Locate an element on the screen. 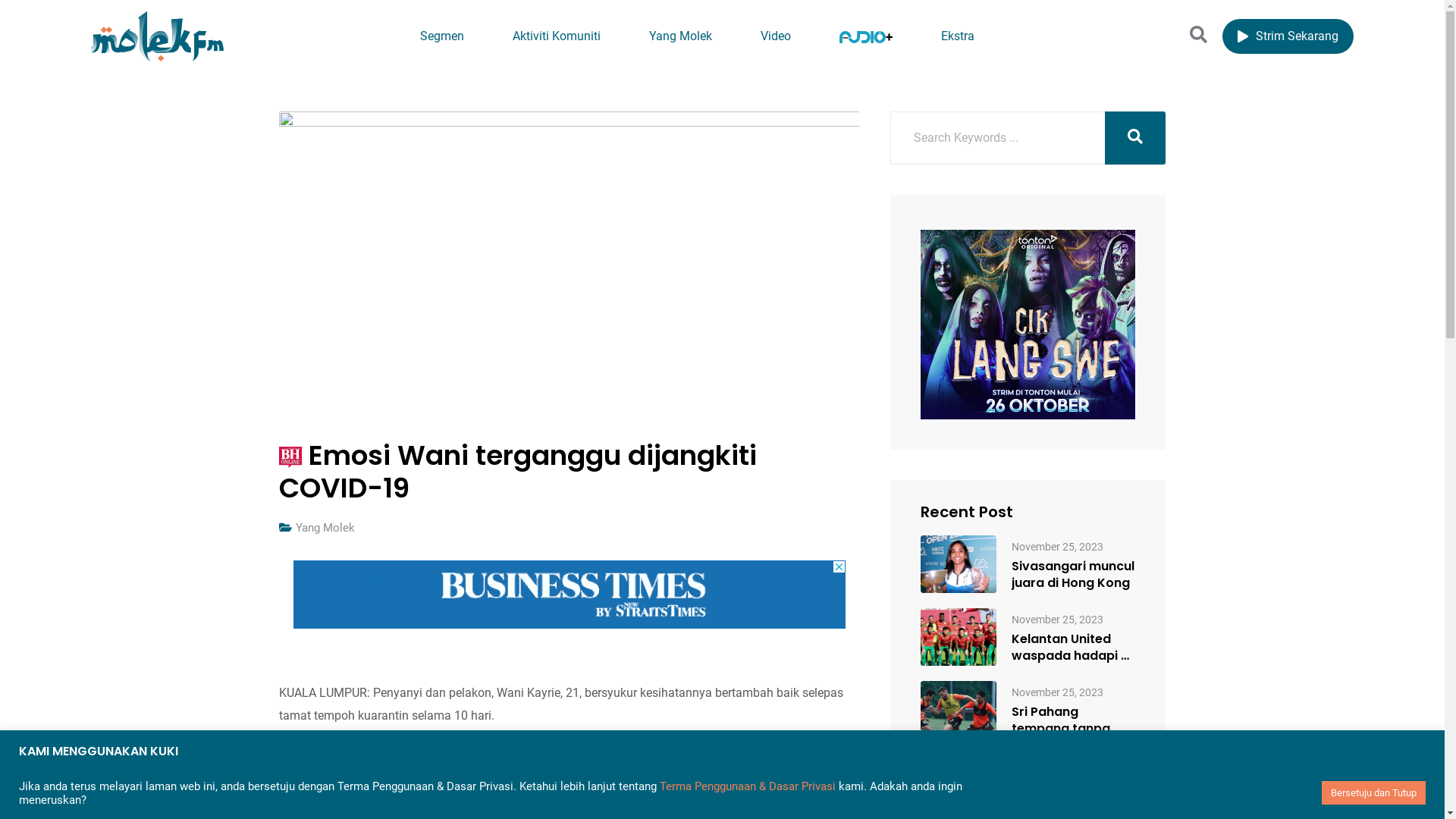  'Ekstra' is located at coordinates (917, 36).